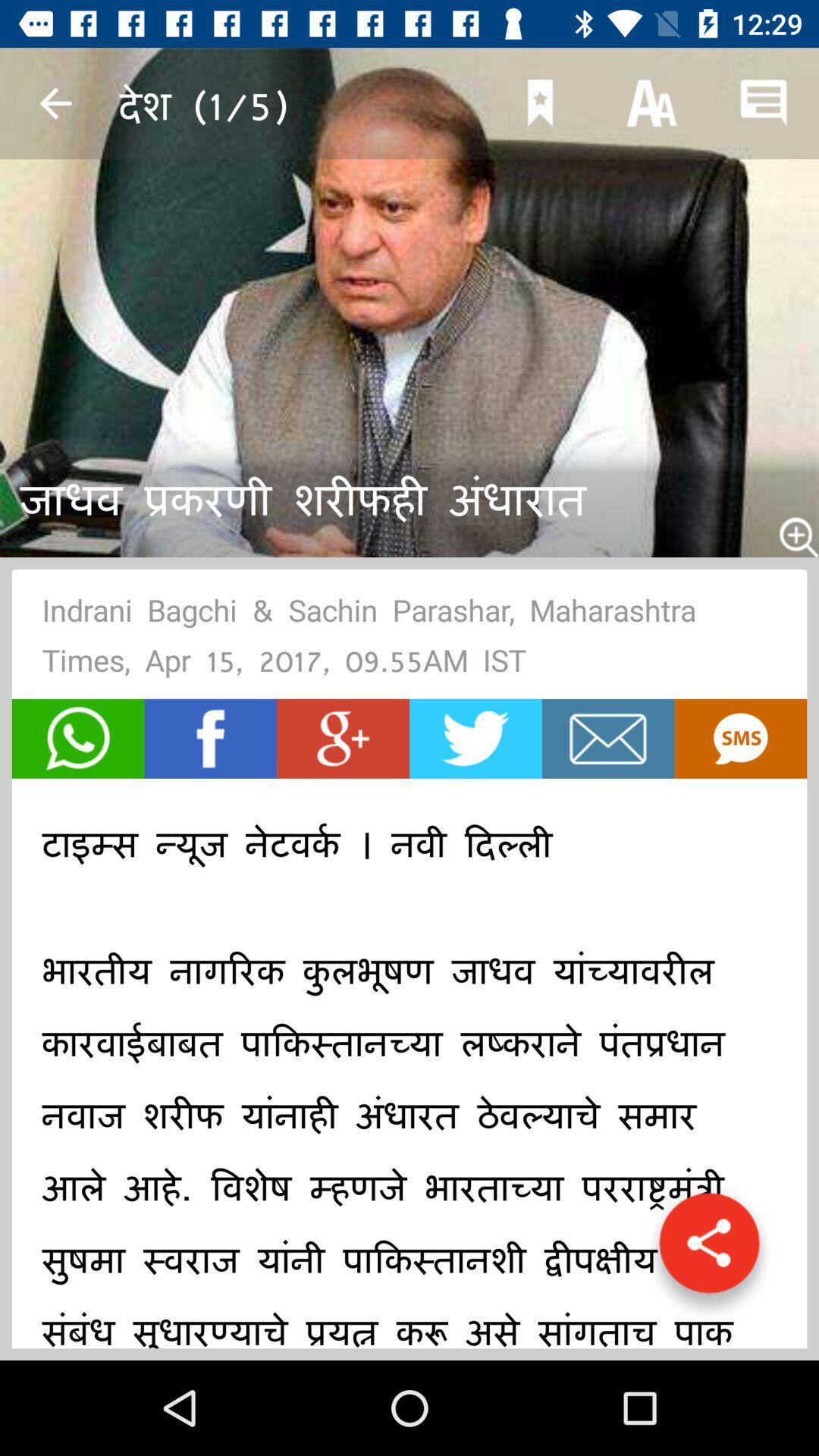  Describe the element at coordinates (739, 739) in the screenshot. I see `the item below indrani bagchi sachin` at that location.